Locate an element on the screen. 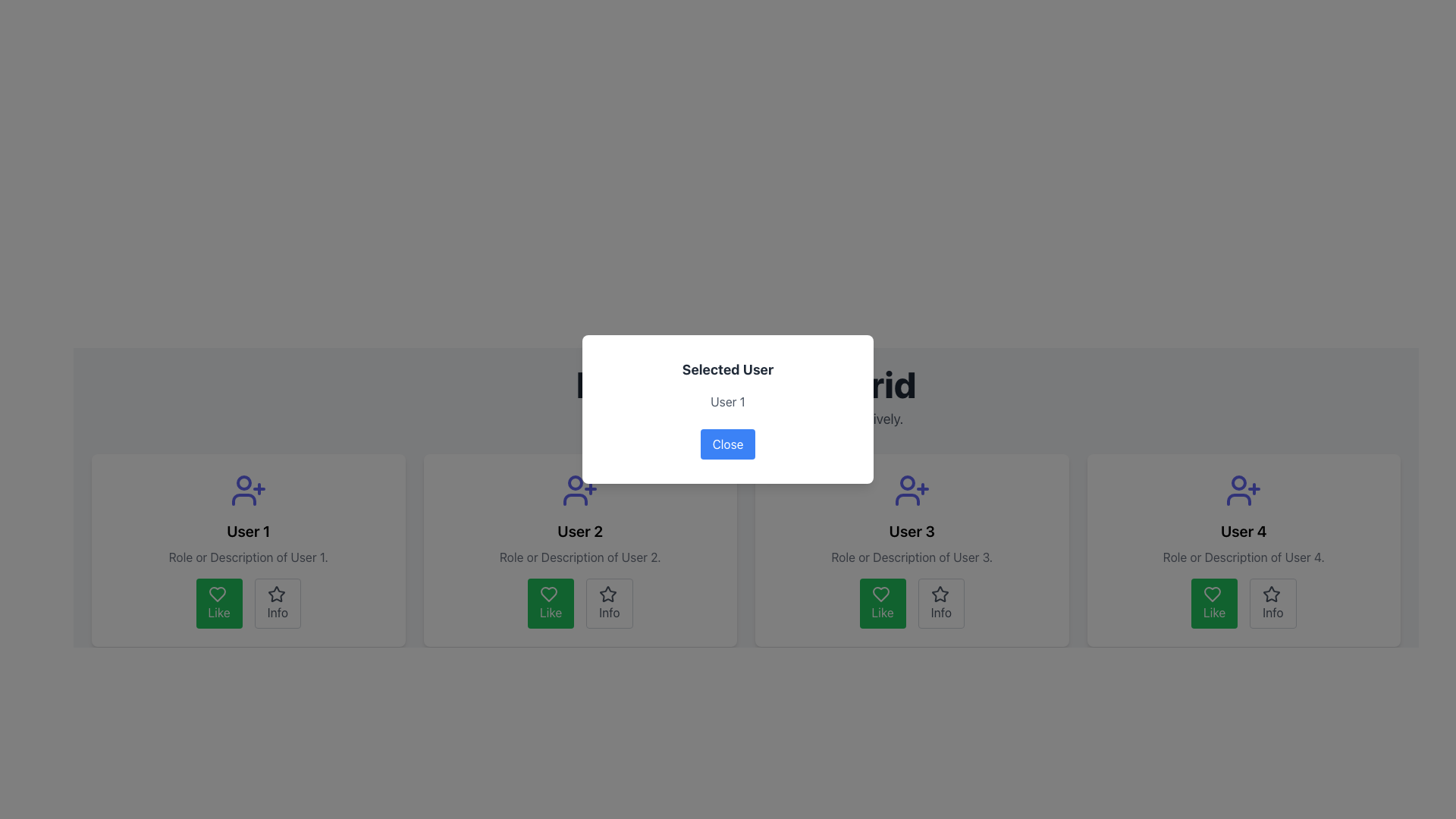  the heart icon that signifies the 'Like' action, located on the left side of the button group below the 'User 3' panel is located at coordinates (880, 593).